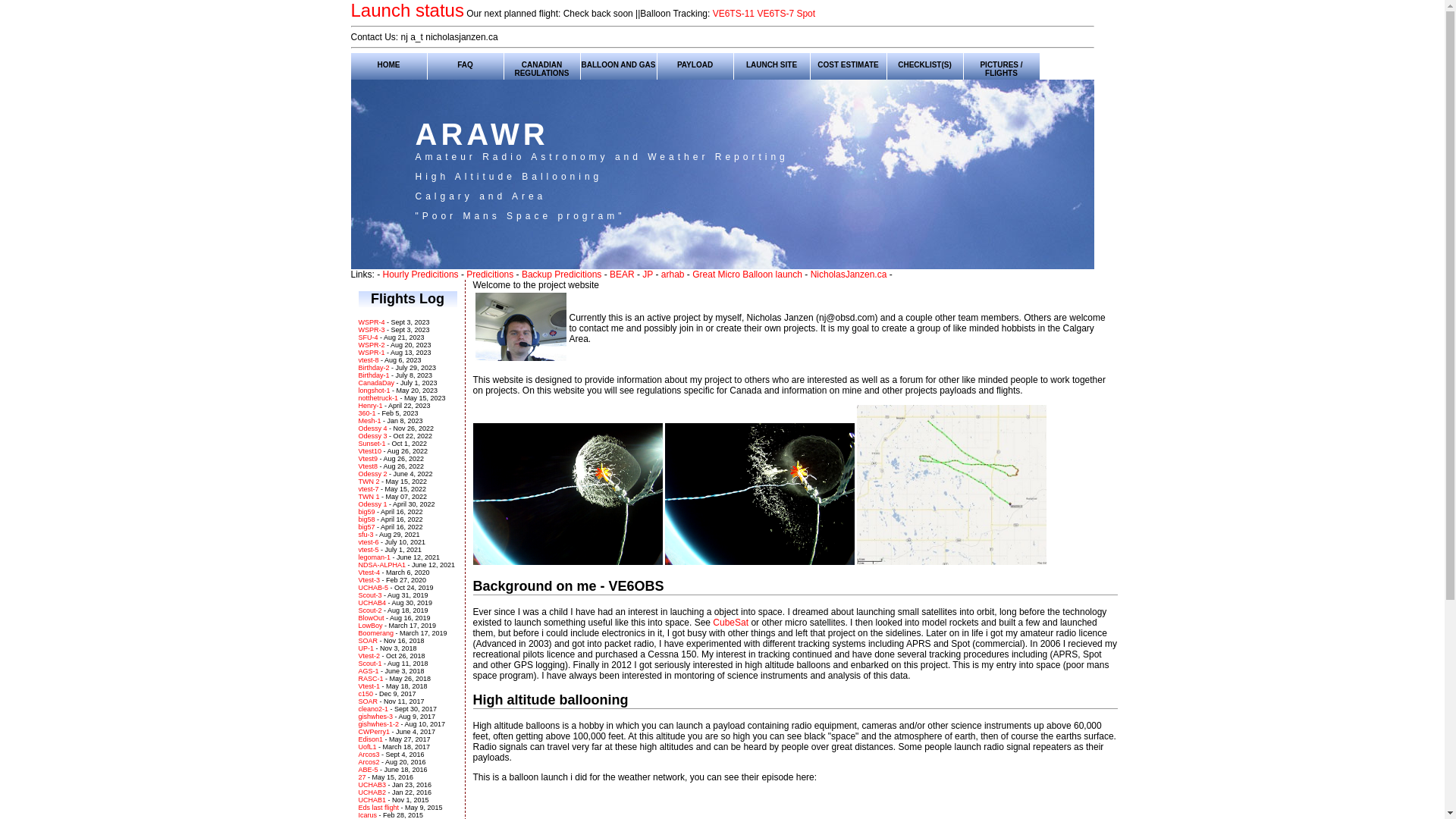 This screenshot has height=819, width=1456. Describe the element at coordinates (924, 63) in the screenshot. I see `'CHECKLIST(S)'` at that location.